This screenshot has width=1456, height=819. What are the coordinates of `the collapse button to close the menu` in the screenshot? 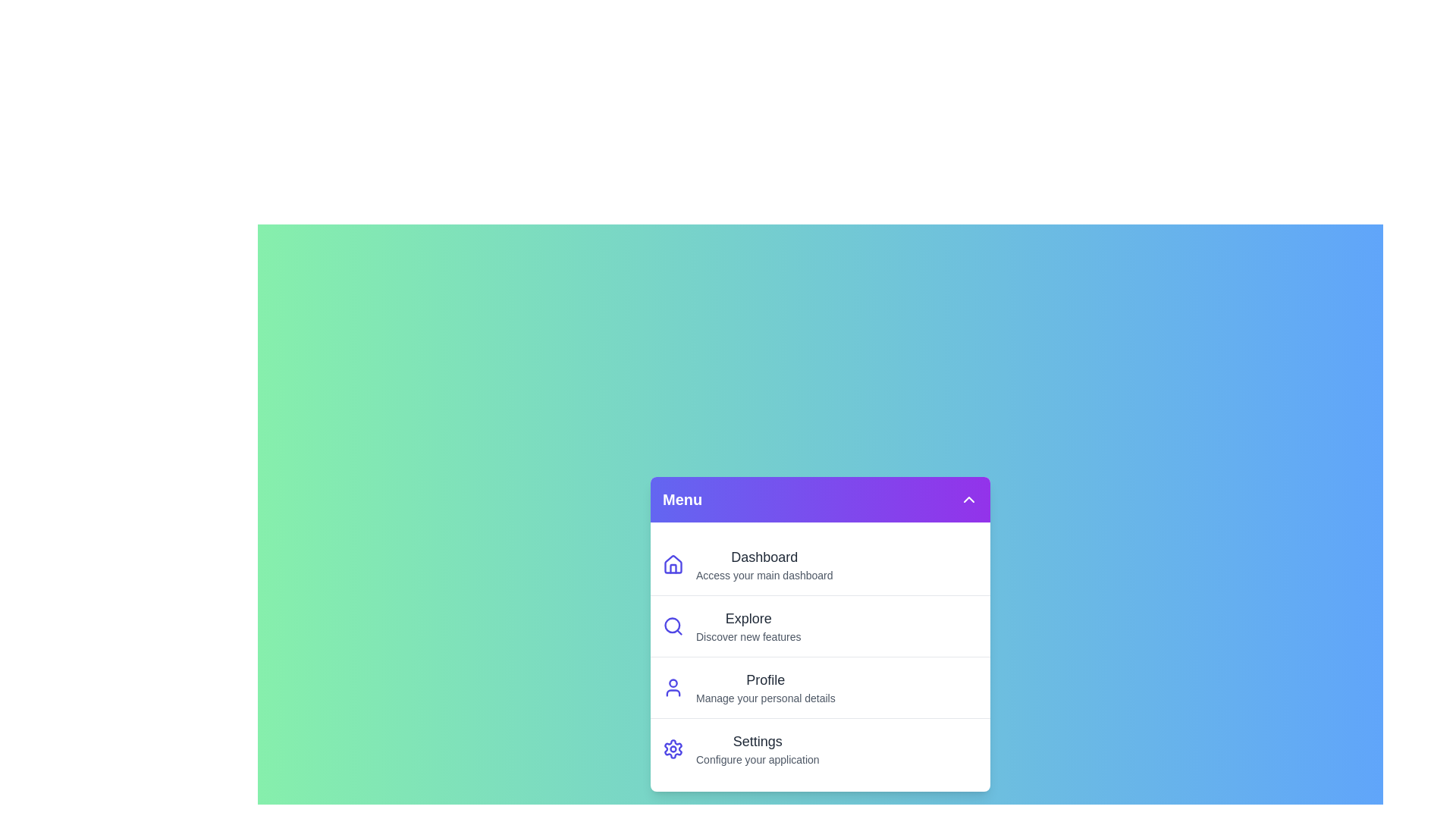 It's located at (968, 499).